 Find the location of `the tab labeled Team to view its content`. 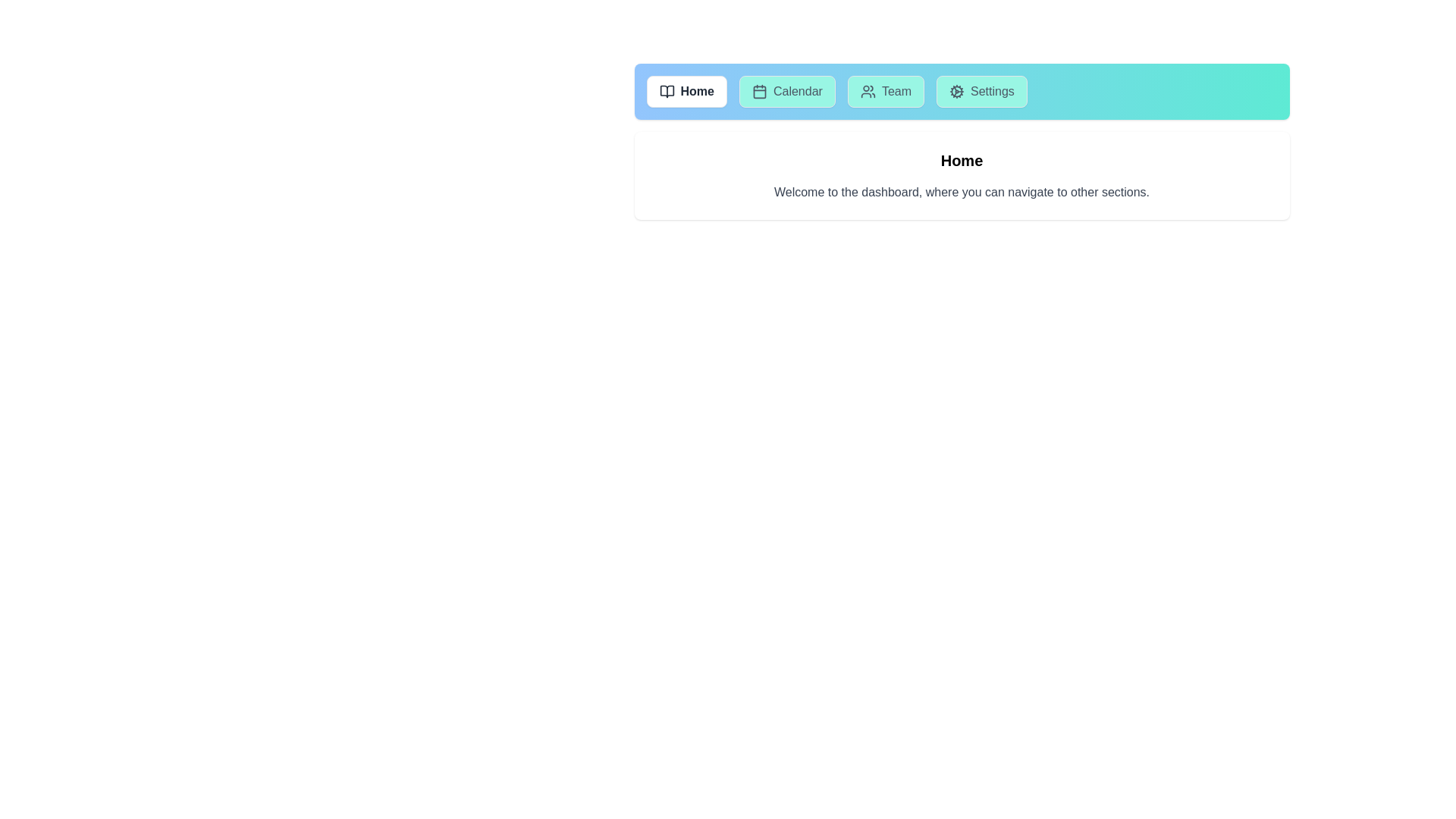

the tab labeled Team to view its content is located at coordinates (886, 91).